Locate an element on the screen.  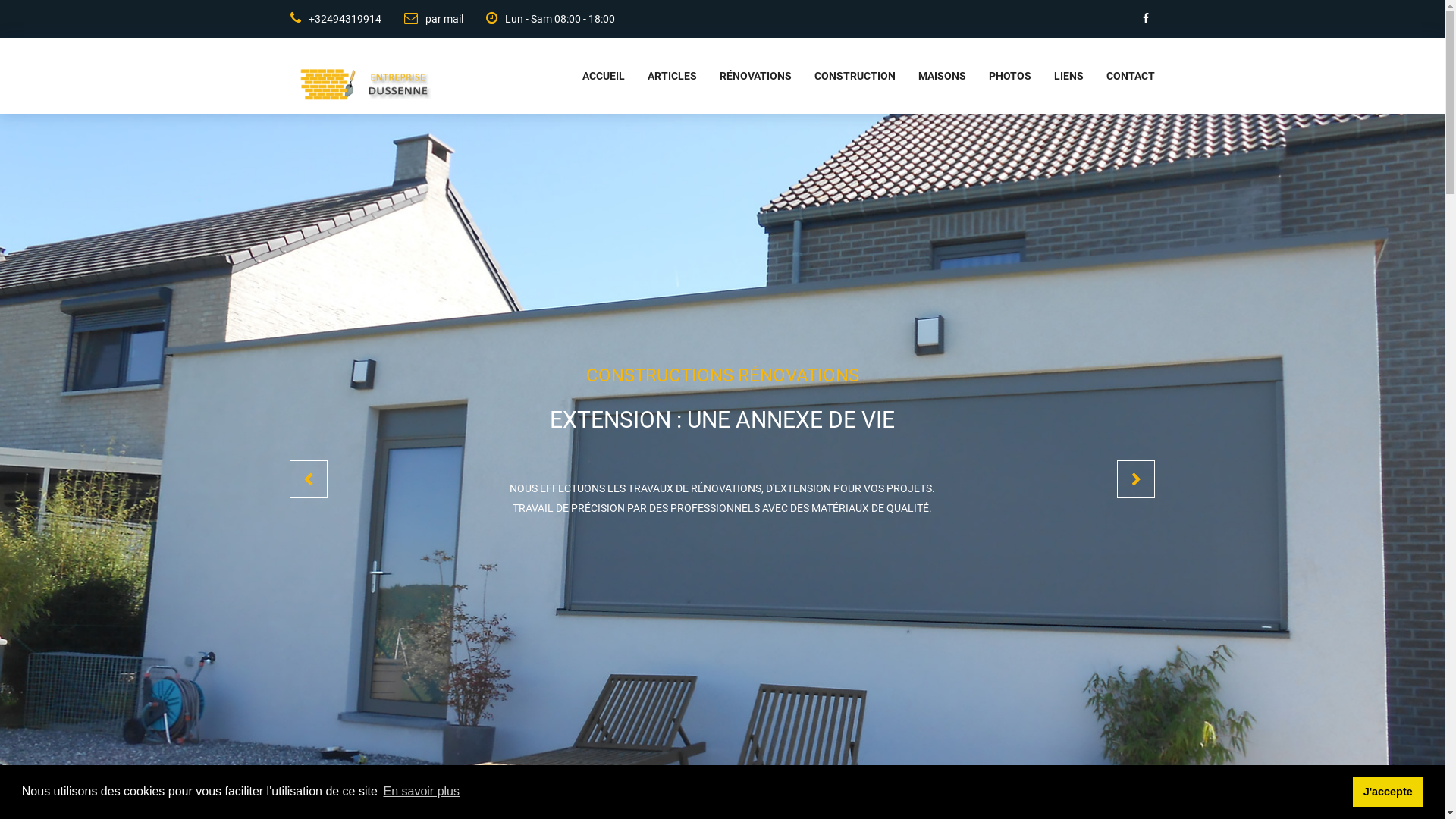
'MAISONS' is located at coordinates (929, 76).